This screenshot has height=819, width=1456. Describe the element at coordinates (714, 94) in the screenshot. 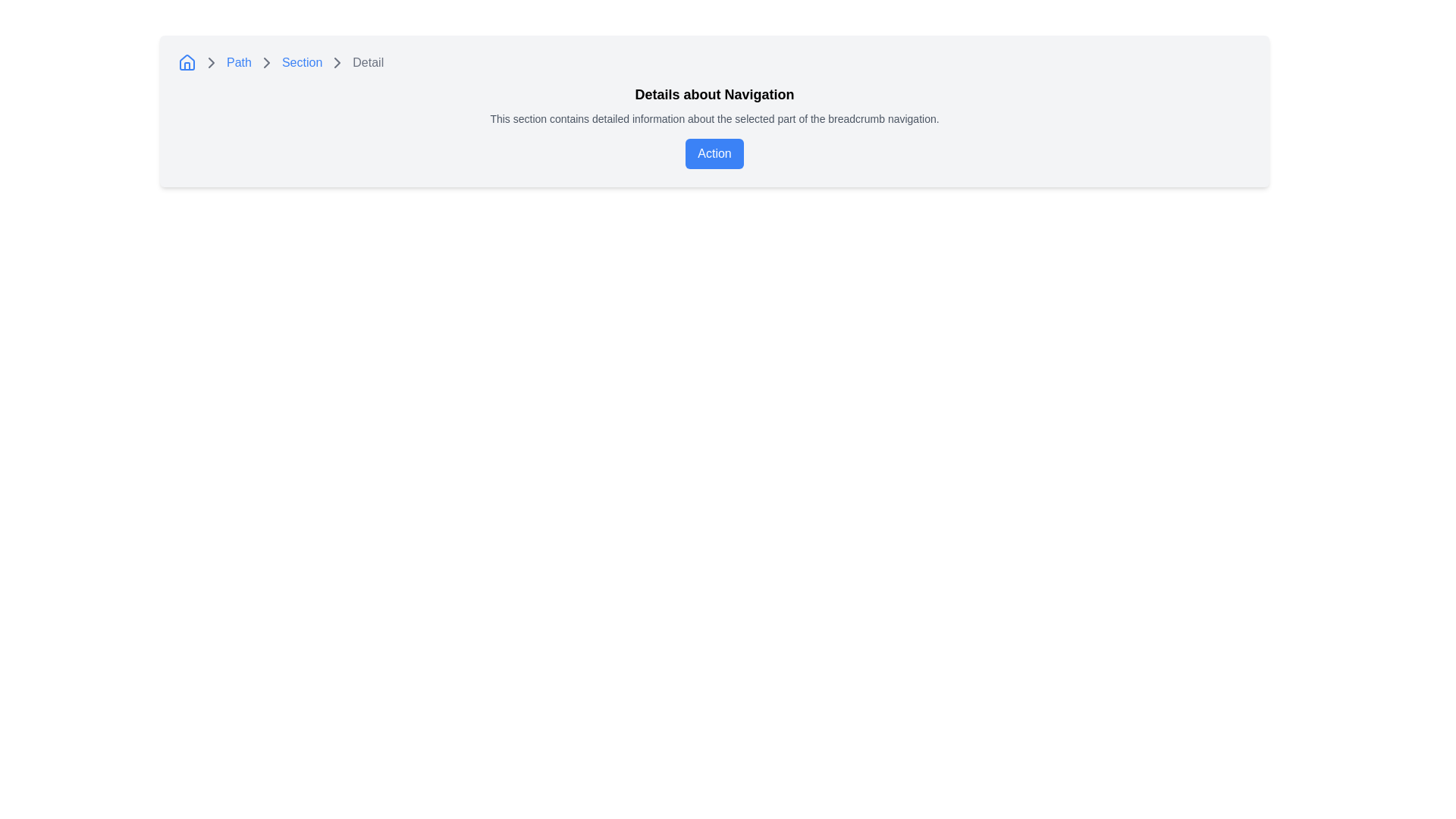

I see `the Text (Heading) element that serves as a title for the section, located at the top of the section containing descriptive text and an action button below it` at that location.